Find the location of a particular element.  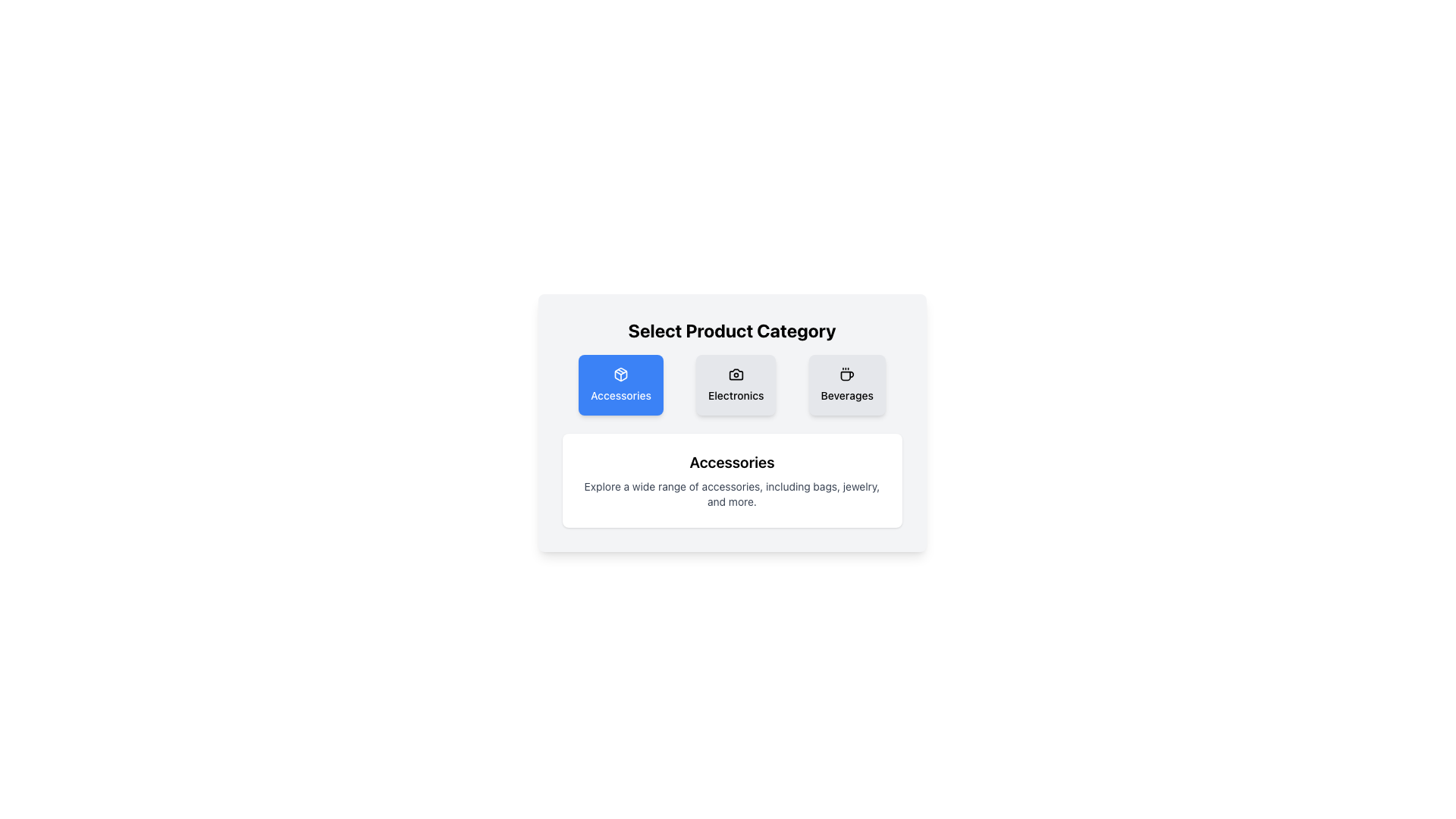

the 'Electronics' text label, which is centrally located beneath the camera icon in the category section is located at coordinates (736, 394).